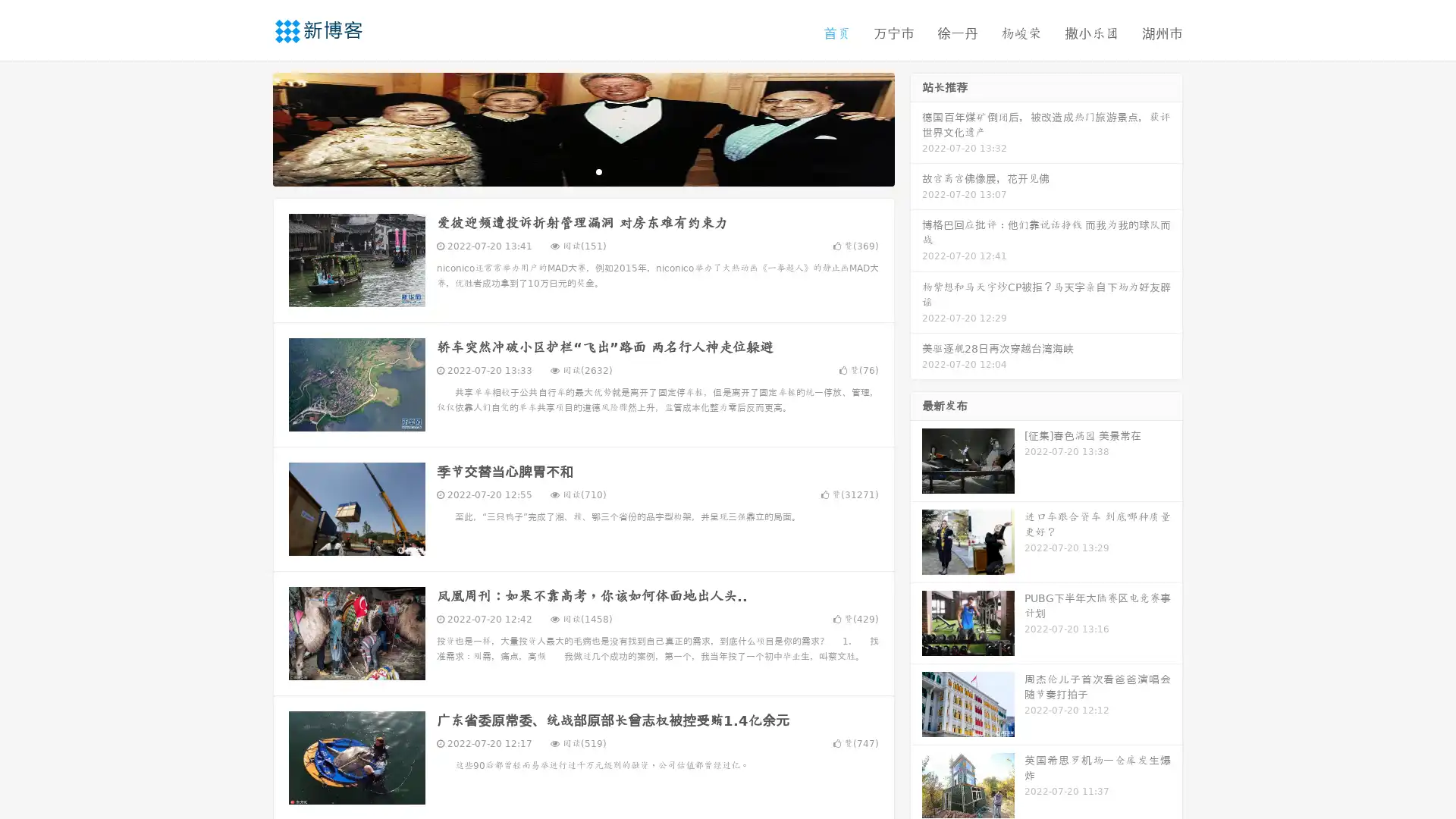 Image resolution: width=1456 pixels, height=819 pixels. What do you see at coordinates (916, 127) in the screenshot?
I see `Next slide` at bounding box center [916, 127].